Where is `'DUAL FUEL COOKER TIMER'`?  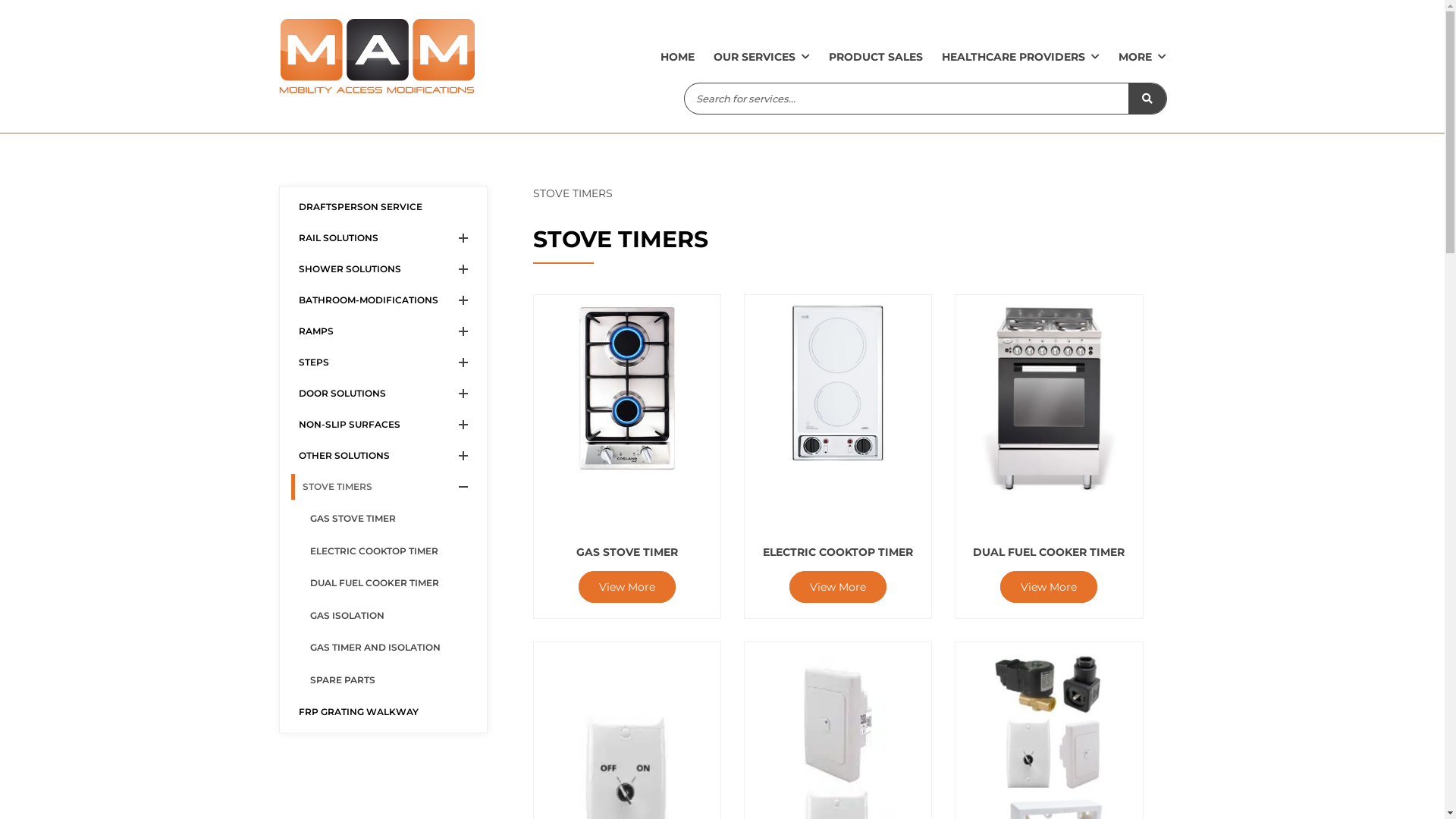 'DUAL FUEL COOKER TIMER' is located at coordinates (1047, 407).